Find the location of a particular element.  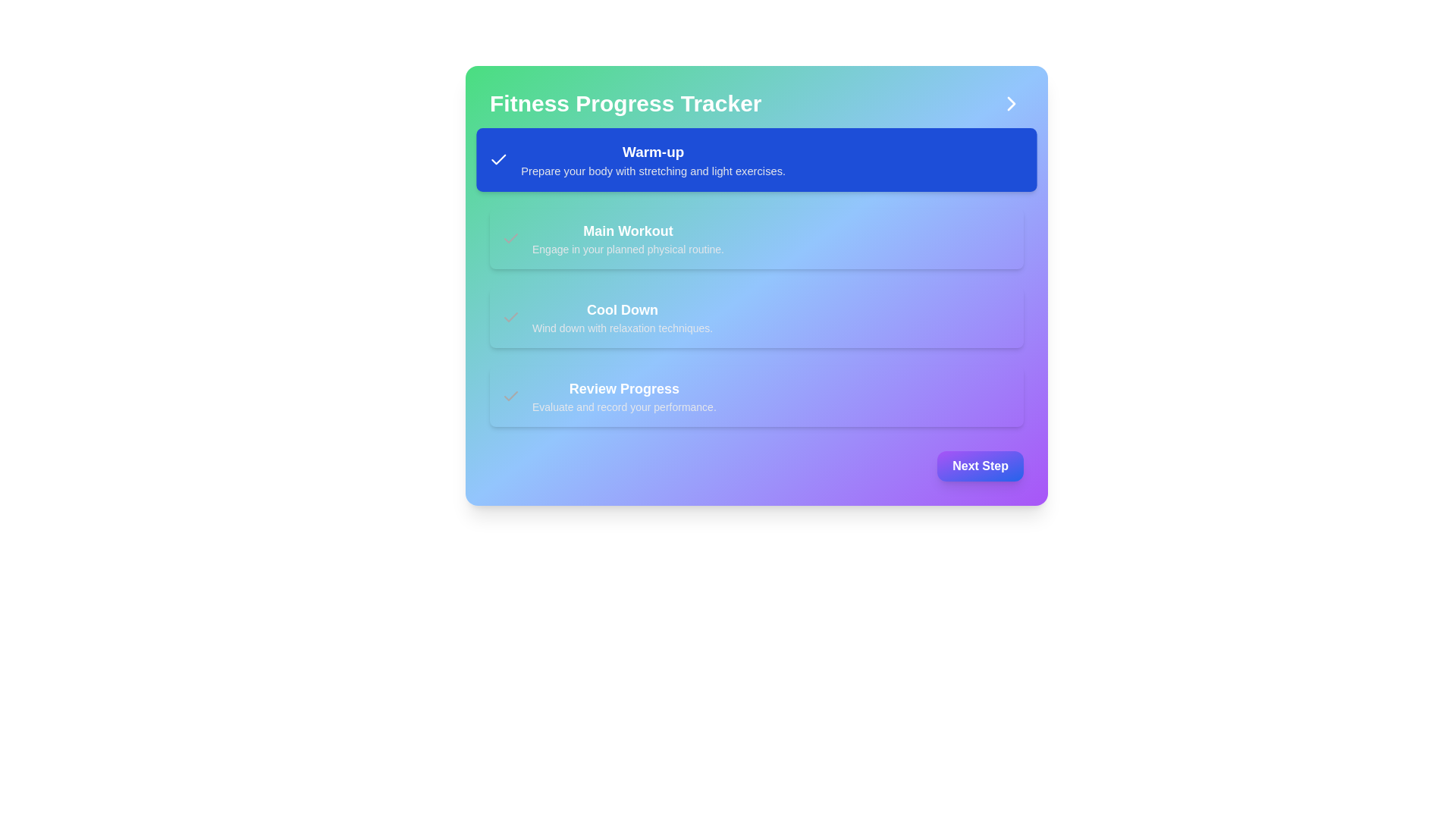

the Text Label providing guidance for the 'Main Workout' step in the interface, which is centrally positioned underneath the 'Main Workout' title is located at coordinates (628, 248).